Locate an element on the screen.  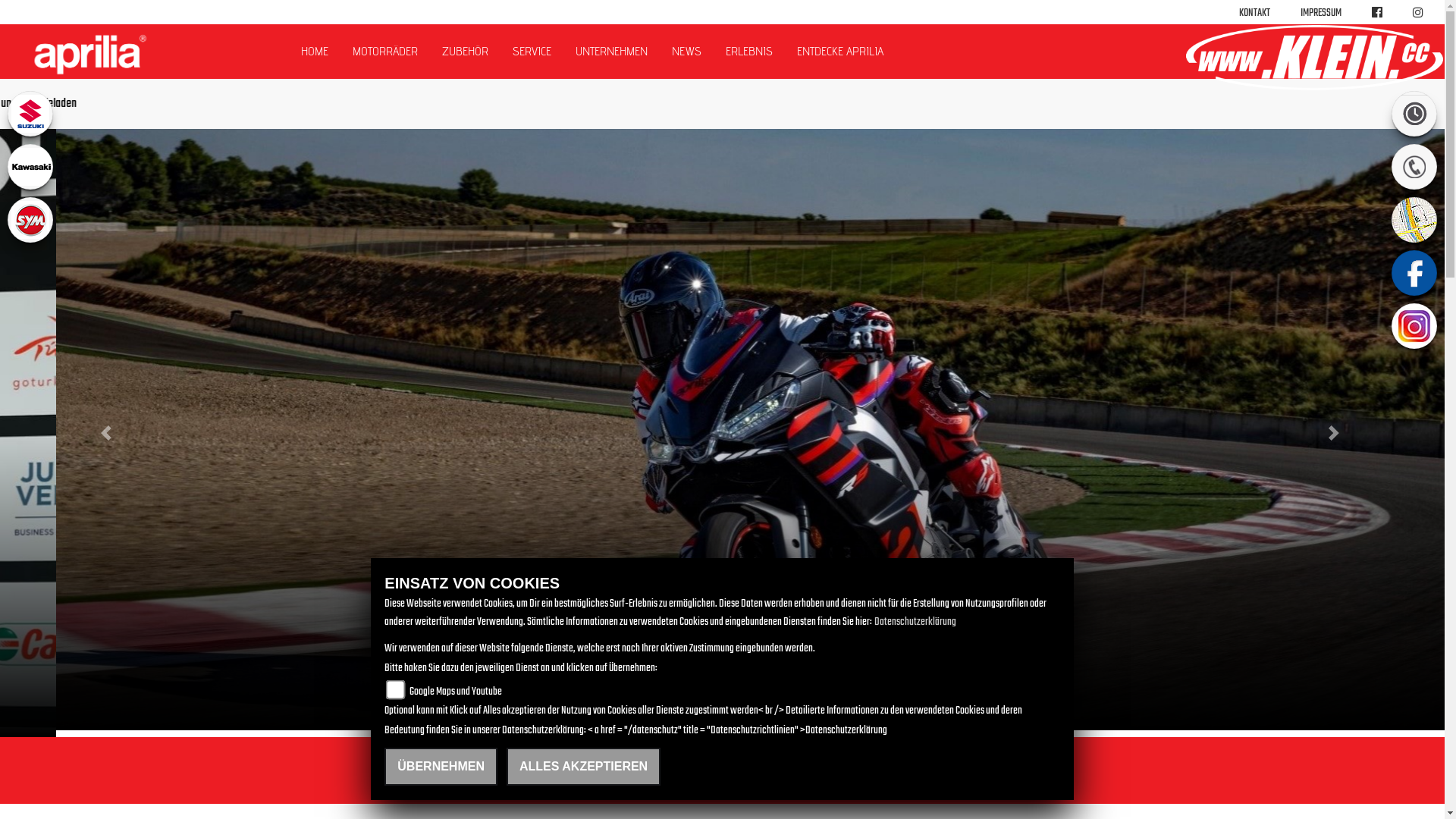
'ENTDECKE APRILIA' is located at coordinates (839, 51).